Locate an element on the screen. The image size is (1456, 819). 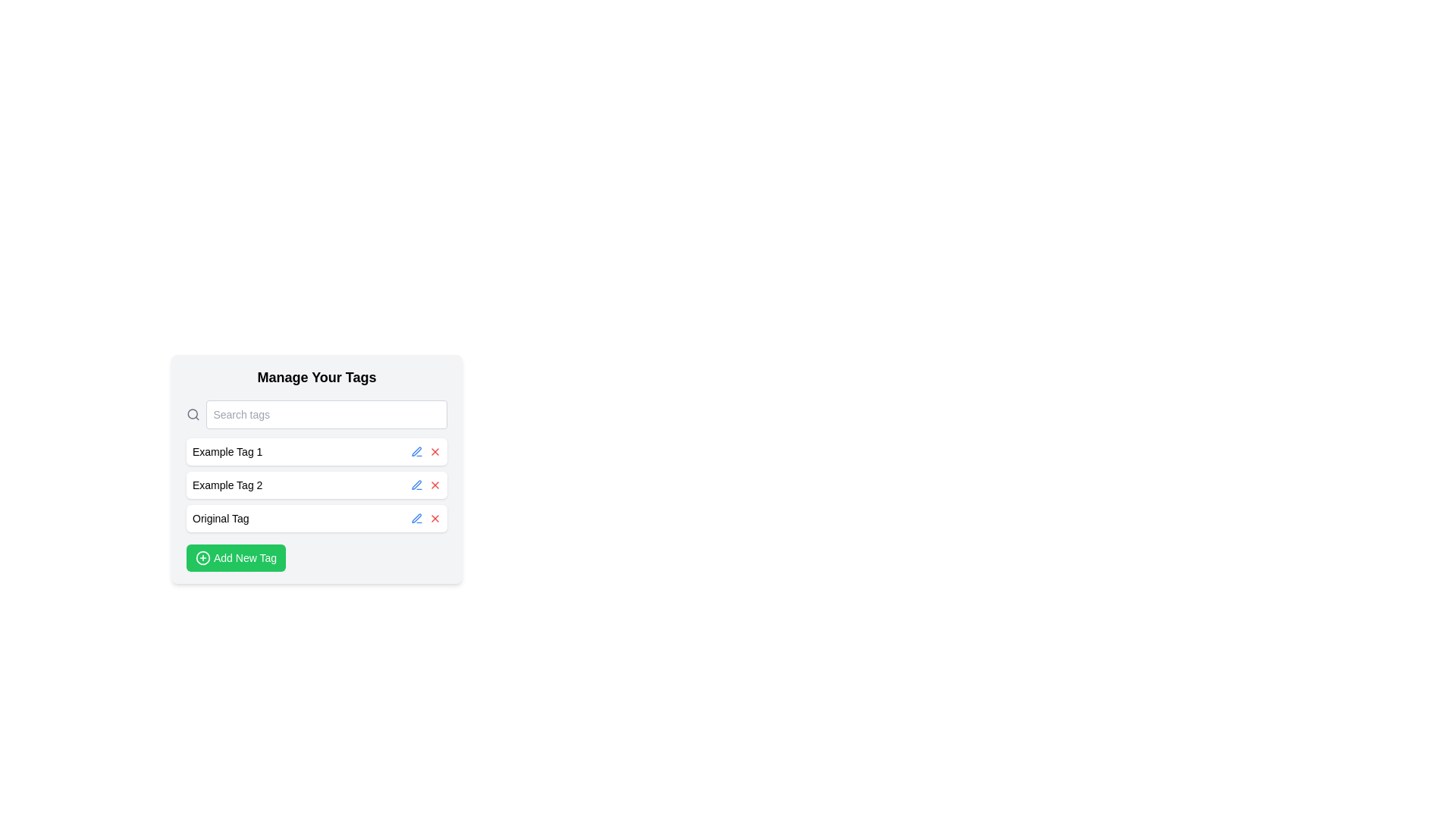
the filled circular shape that is part of the magnifying glass illustration, located at the center-left of the icon in the header, preceding the 'Search tags' input field is located at coordinates (192, 414).